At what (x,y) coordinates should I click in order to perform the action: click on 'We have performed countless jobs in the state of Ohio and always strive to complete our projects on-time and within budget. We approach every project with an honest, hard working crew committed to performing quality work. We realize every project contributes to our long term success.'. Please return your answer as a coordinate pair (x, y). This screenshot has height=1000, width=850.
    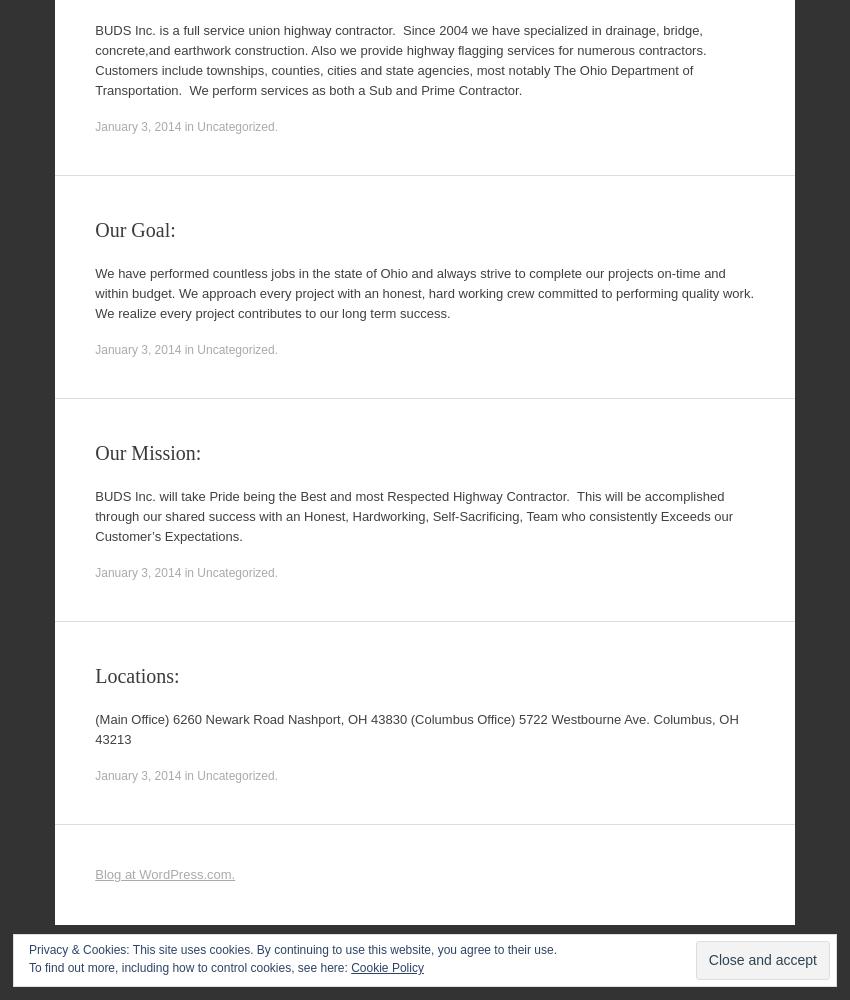
    Looking at the image, I should click on (94, 292).